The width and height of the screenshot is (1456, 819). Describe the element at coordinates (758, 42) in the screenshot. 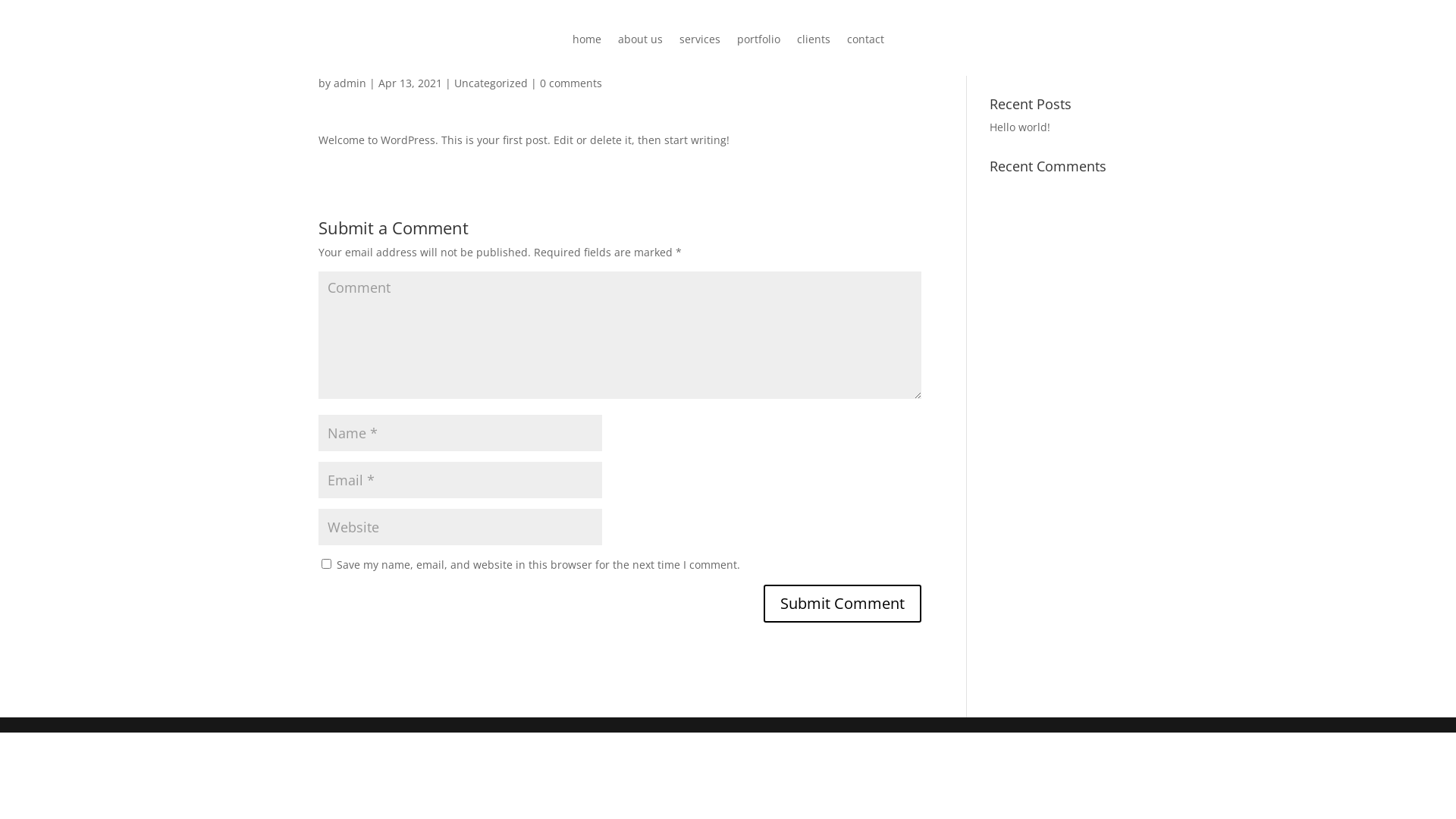

I see `'portfolio'` at that location.